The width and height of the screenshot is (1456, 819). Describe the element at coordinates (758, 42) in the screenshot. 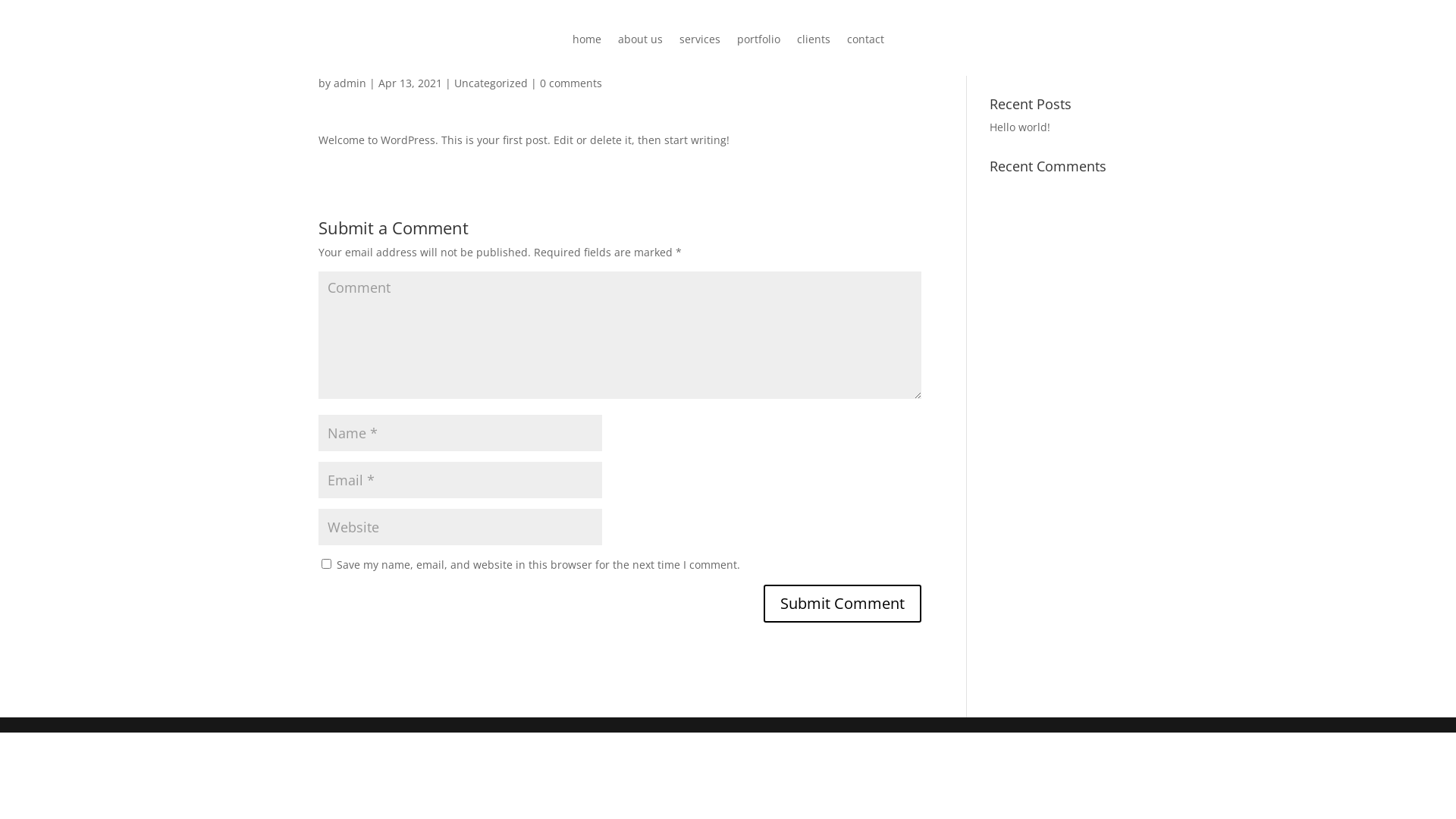

I see `'portfolio'` at that location.